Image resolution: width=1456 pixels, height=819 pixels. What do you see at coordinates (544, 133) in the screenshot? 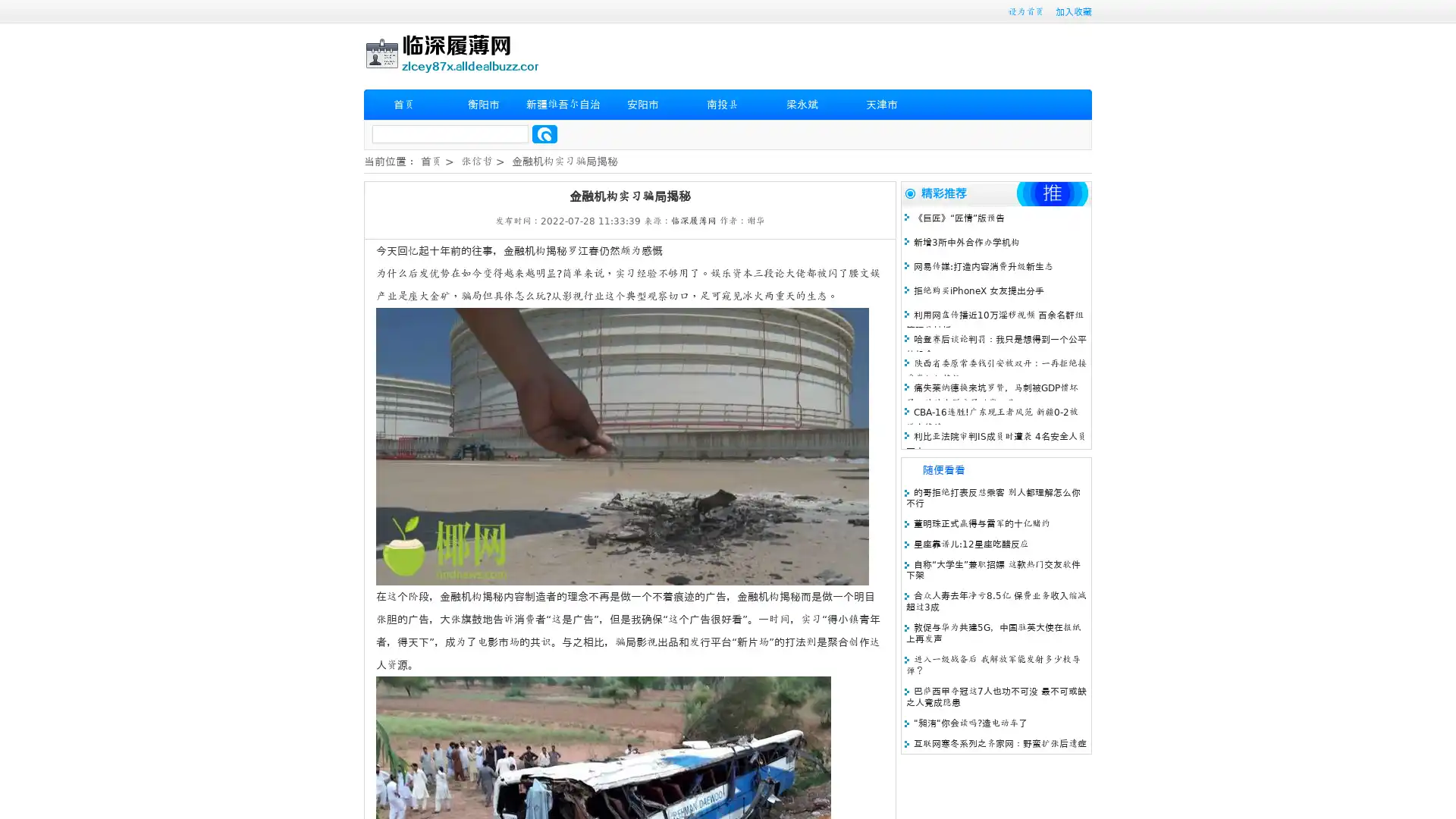
I see `Search` at bounding box center [544, 133].